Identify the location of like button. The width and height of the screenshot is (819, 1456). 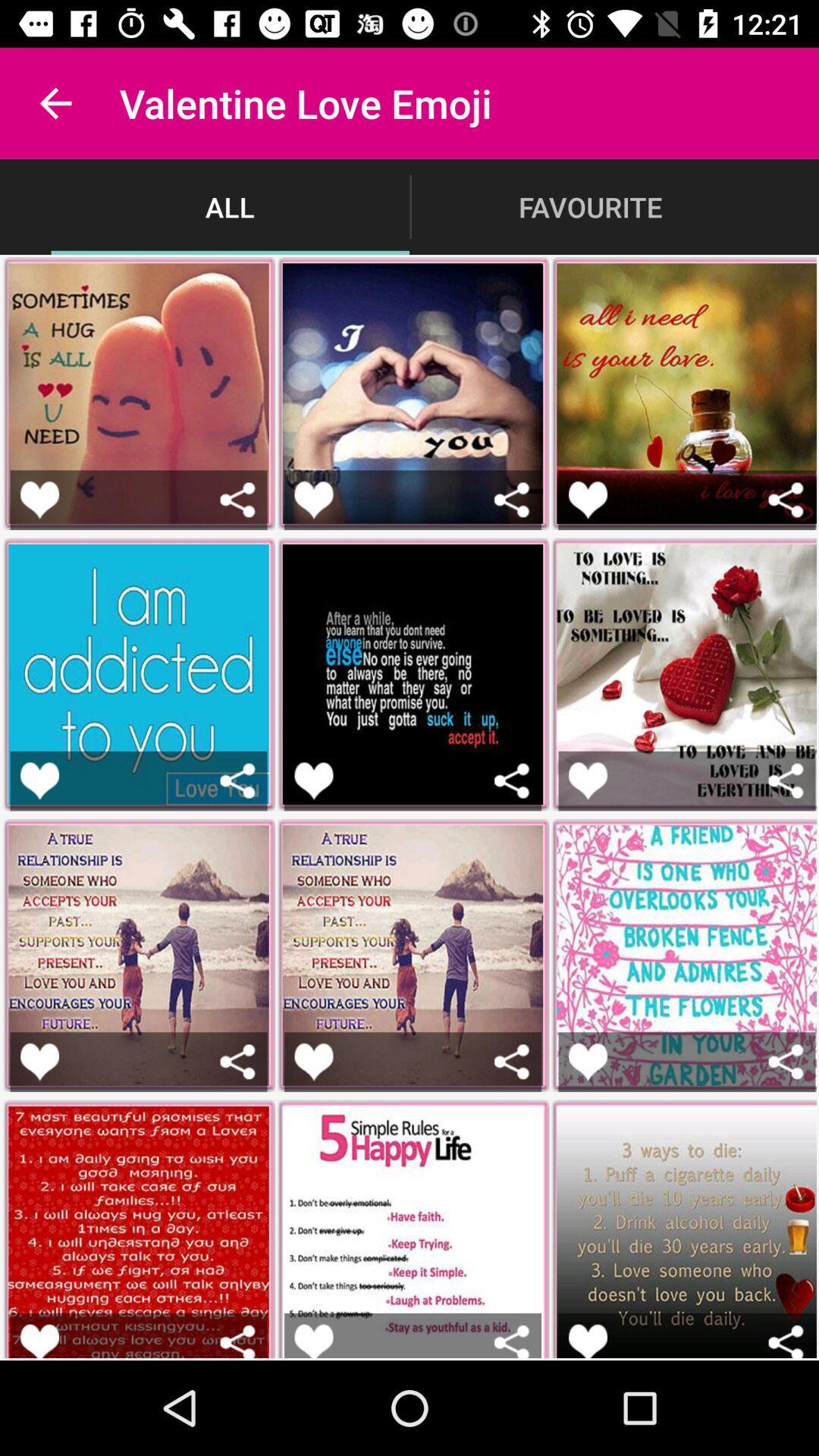
(587, 500).